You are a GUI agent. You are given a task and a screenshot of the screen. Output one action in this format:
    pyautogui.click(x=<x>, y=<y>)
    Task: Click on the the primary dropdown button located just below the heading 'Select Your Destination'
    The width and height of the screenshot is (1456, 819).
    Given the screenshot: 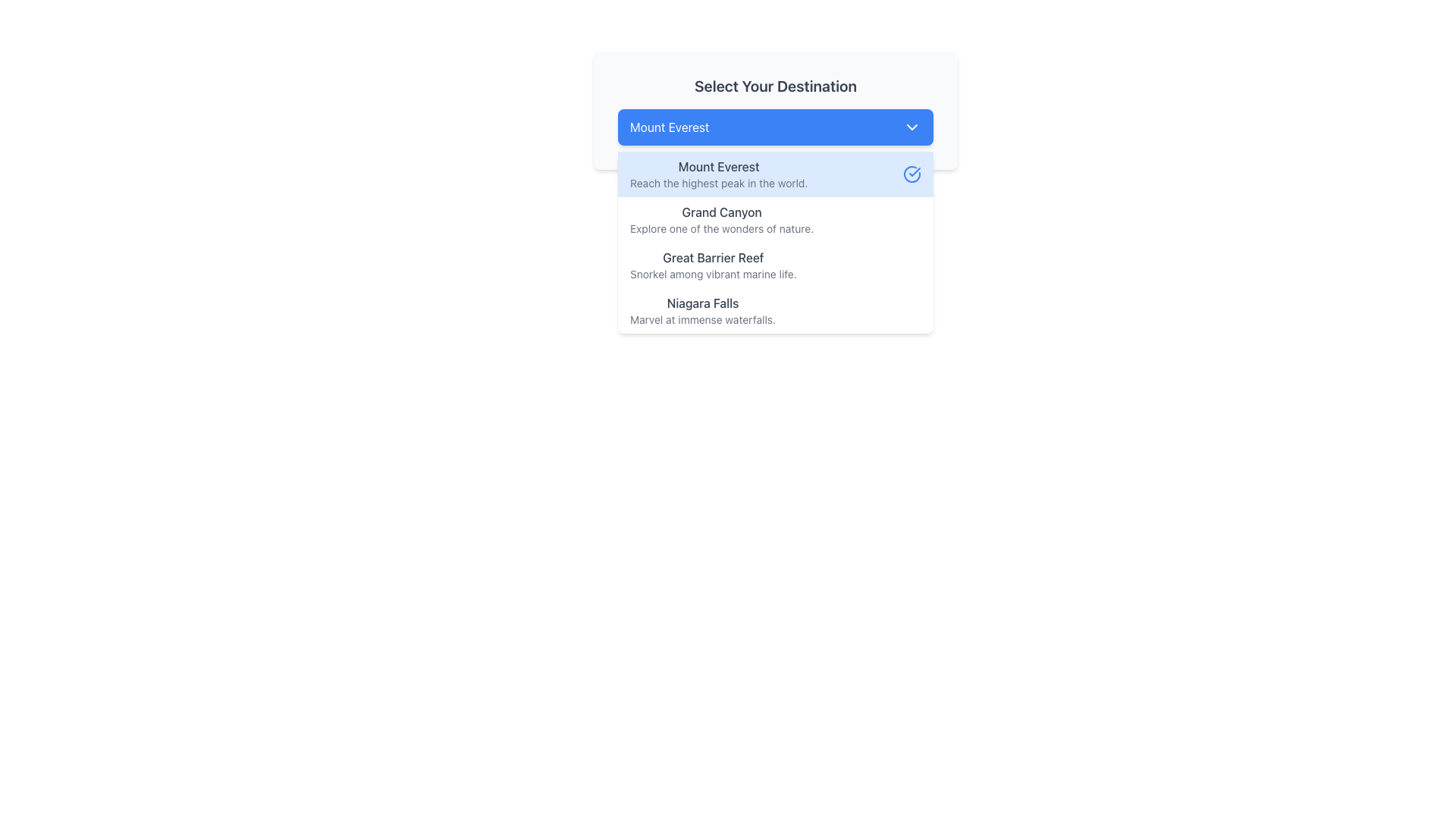 What is the action you would take?
    pyautogui.click(x=775, y=110)
    